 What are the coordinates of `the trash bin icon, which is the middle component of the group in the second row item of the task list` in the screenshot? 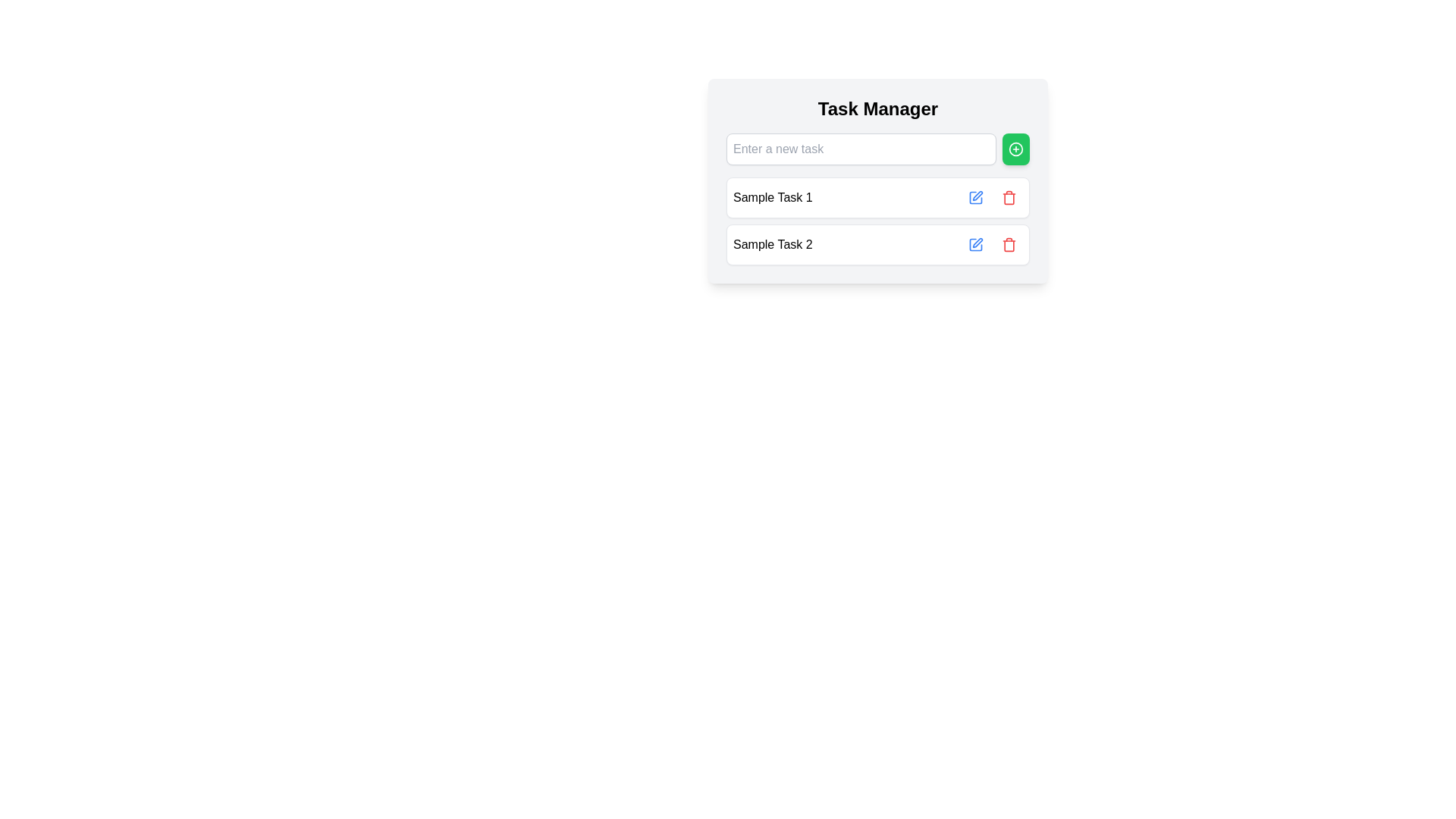 It's located at (1009, 198).